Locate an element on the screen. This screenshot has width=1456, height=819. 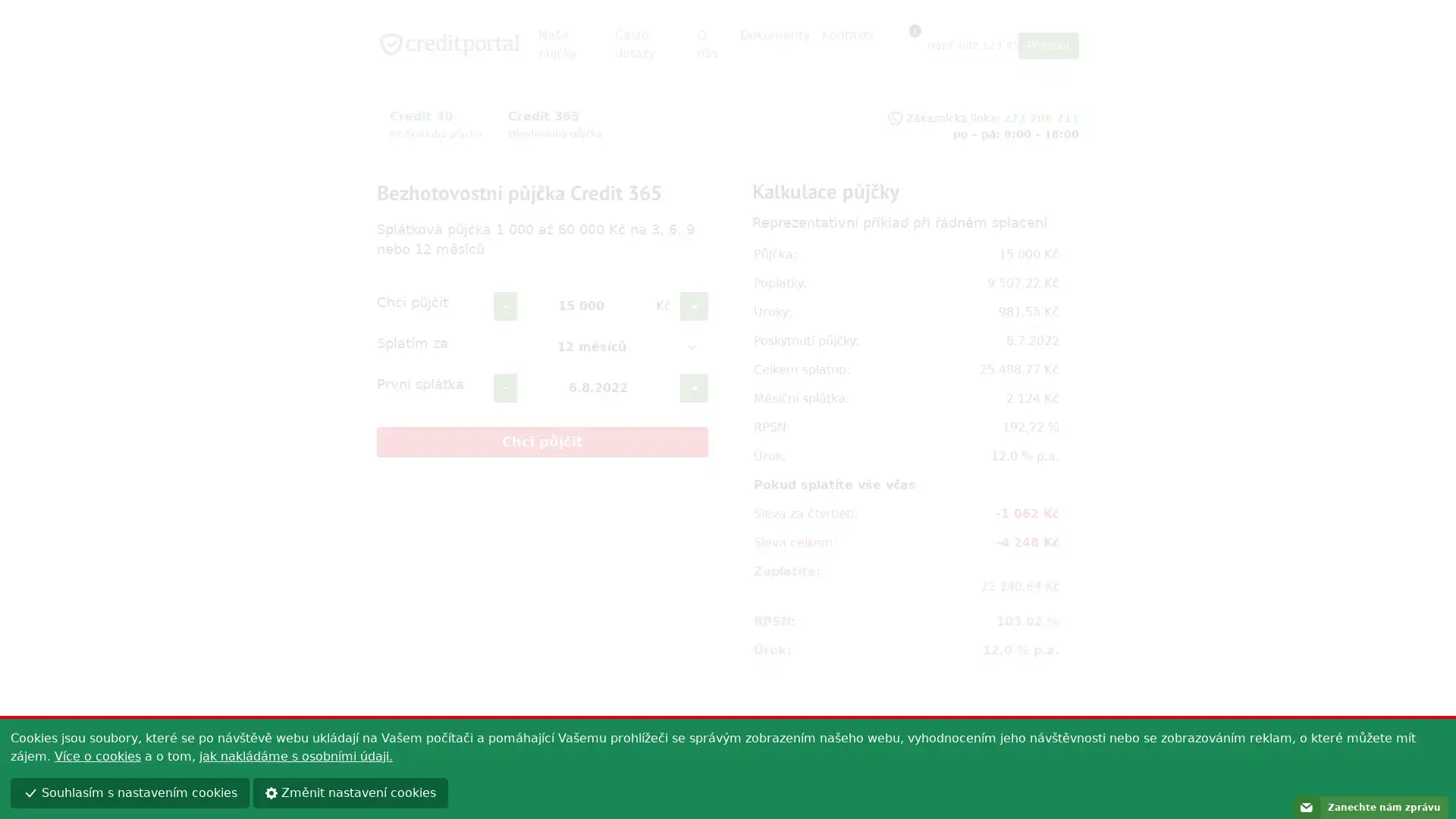
- is located at coordinates (504, 386).